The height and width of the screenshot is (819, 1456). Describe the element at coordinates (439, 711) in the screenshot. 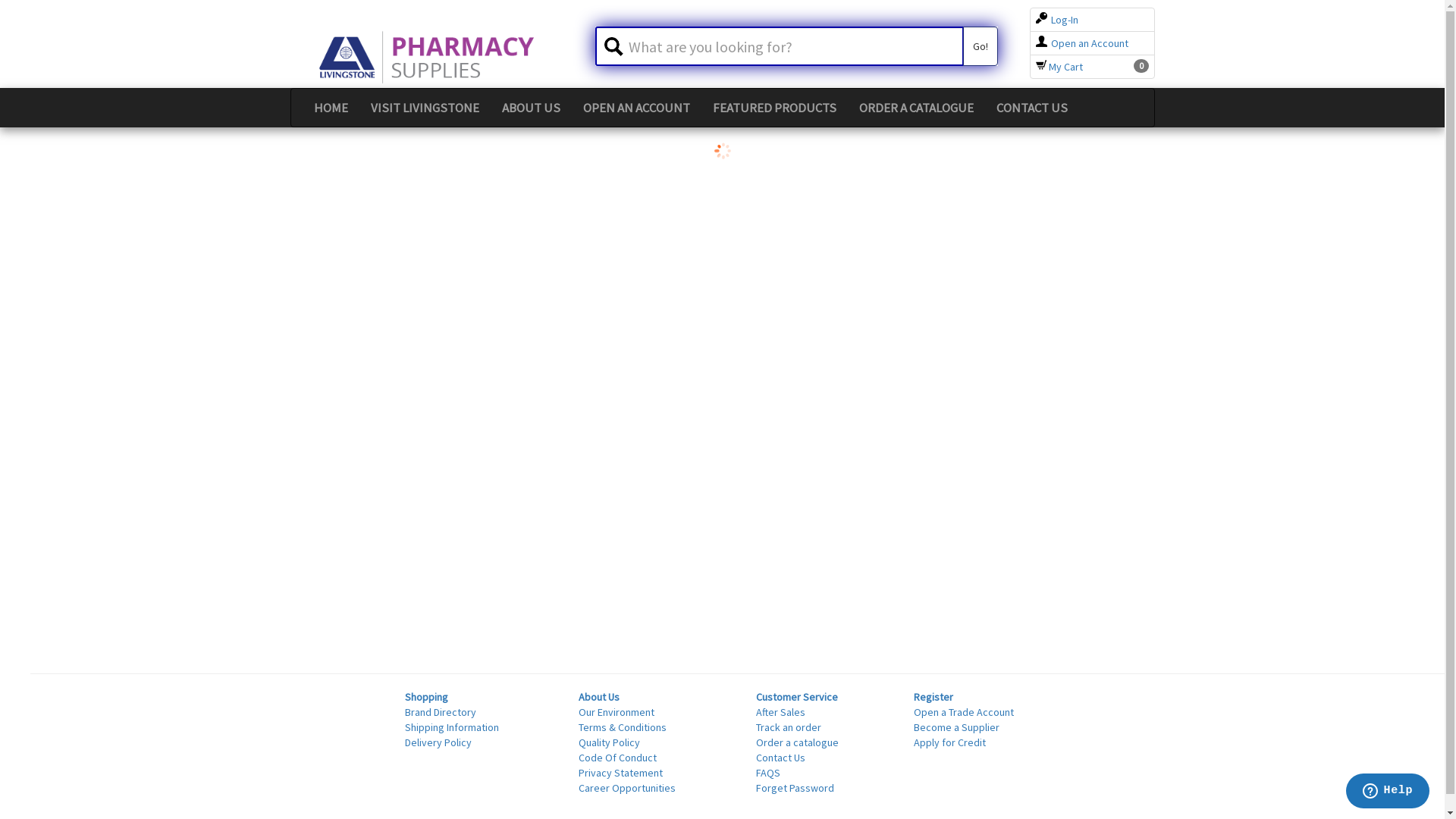

I see `'Brand Directory'` at that location.